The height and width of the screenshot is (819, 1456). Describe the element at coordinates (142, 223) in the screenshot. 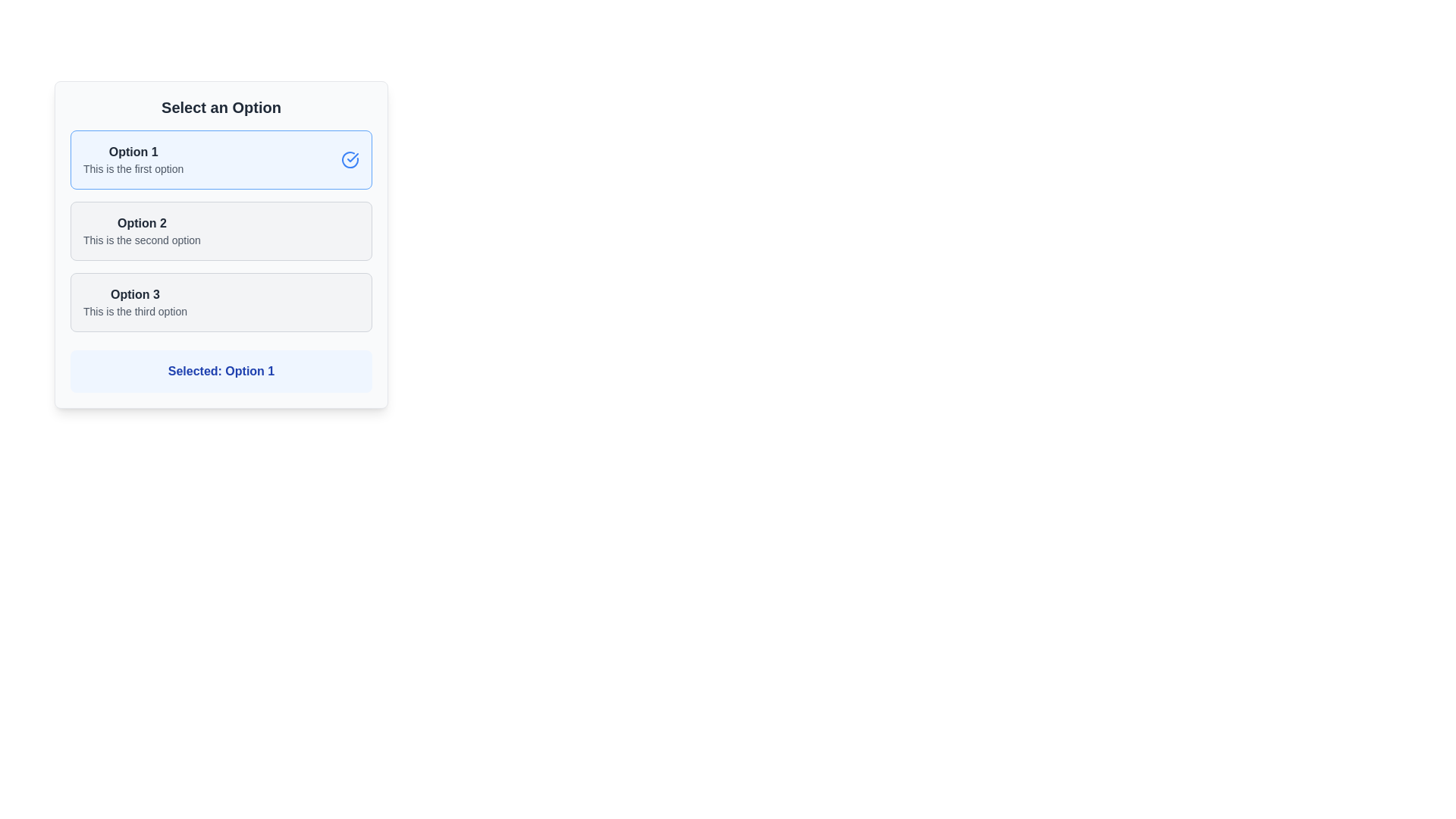

I see `bold dark gray text label that reads 'Option 2', which signifies the title for the second selectable option in the grouping` at that location.